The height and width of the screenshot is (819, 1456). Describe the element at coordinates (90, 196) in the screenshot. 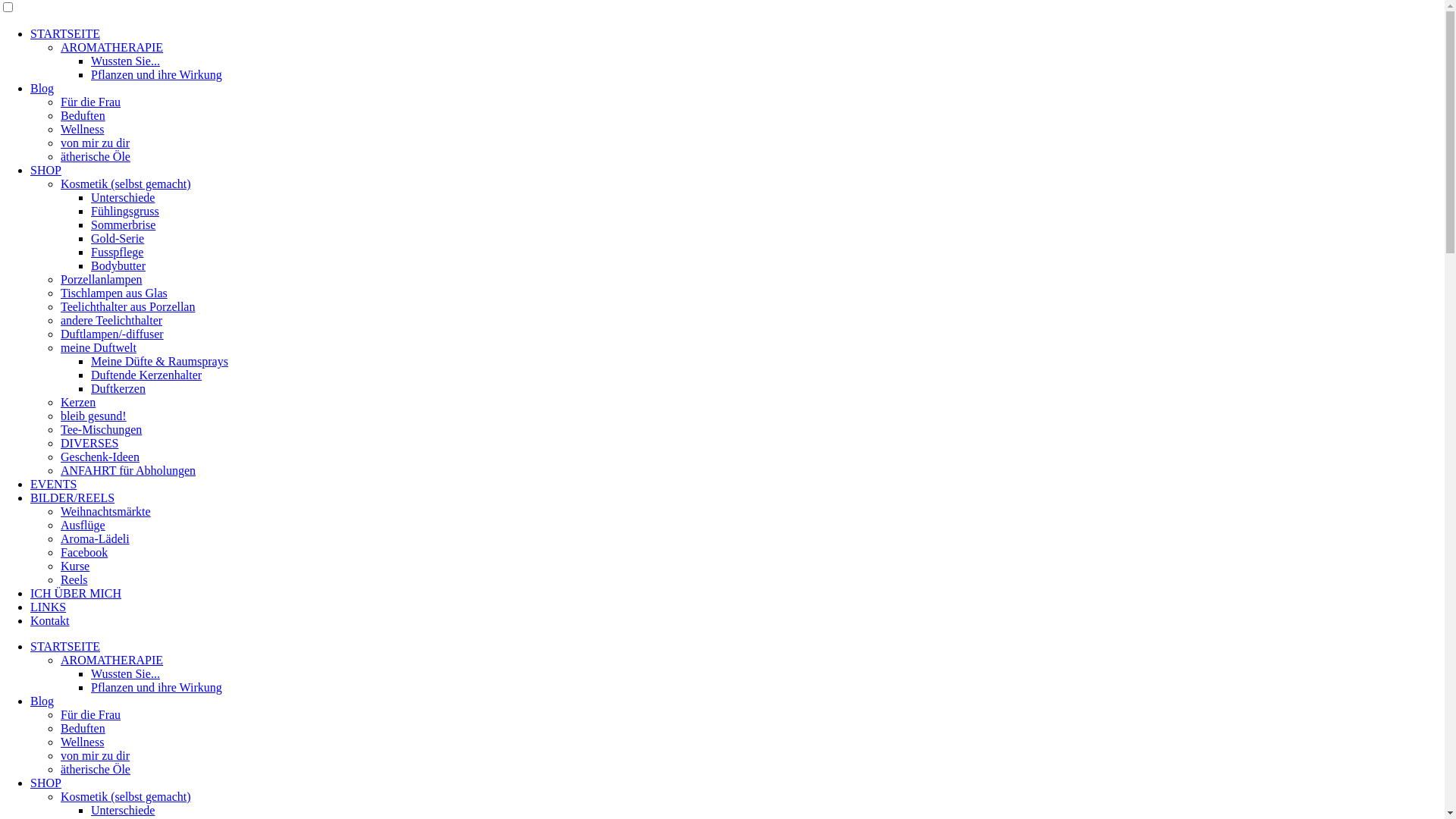

I see `'Unterschiede'` at that location.